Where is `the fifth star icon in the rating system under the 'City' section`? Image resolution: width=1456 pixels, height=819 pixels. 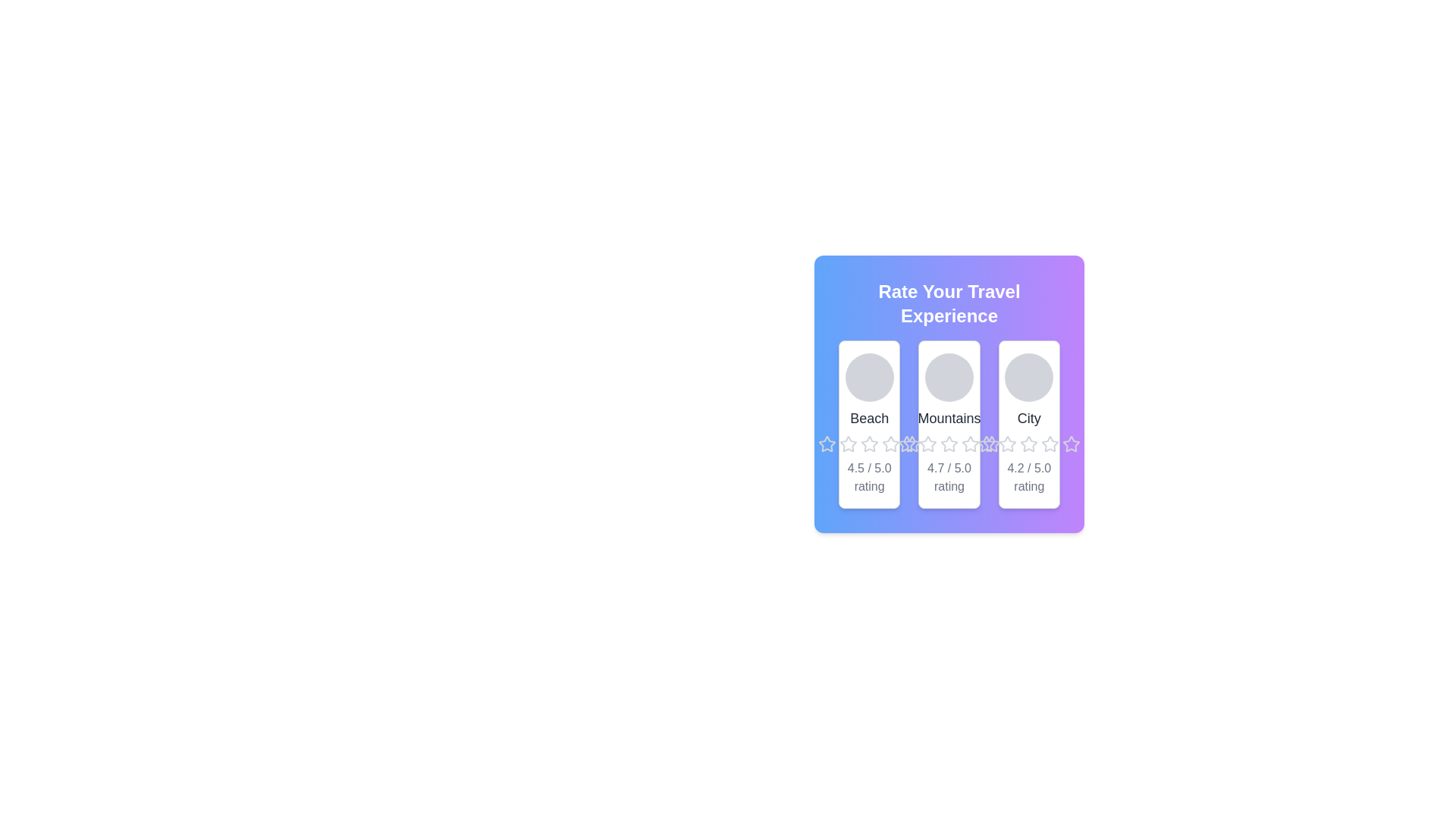 the fifth star icon in the rating system under the 'City' section is located at coordinates (1050, 444).